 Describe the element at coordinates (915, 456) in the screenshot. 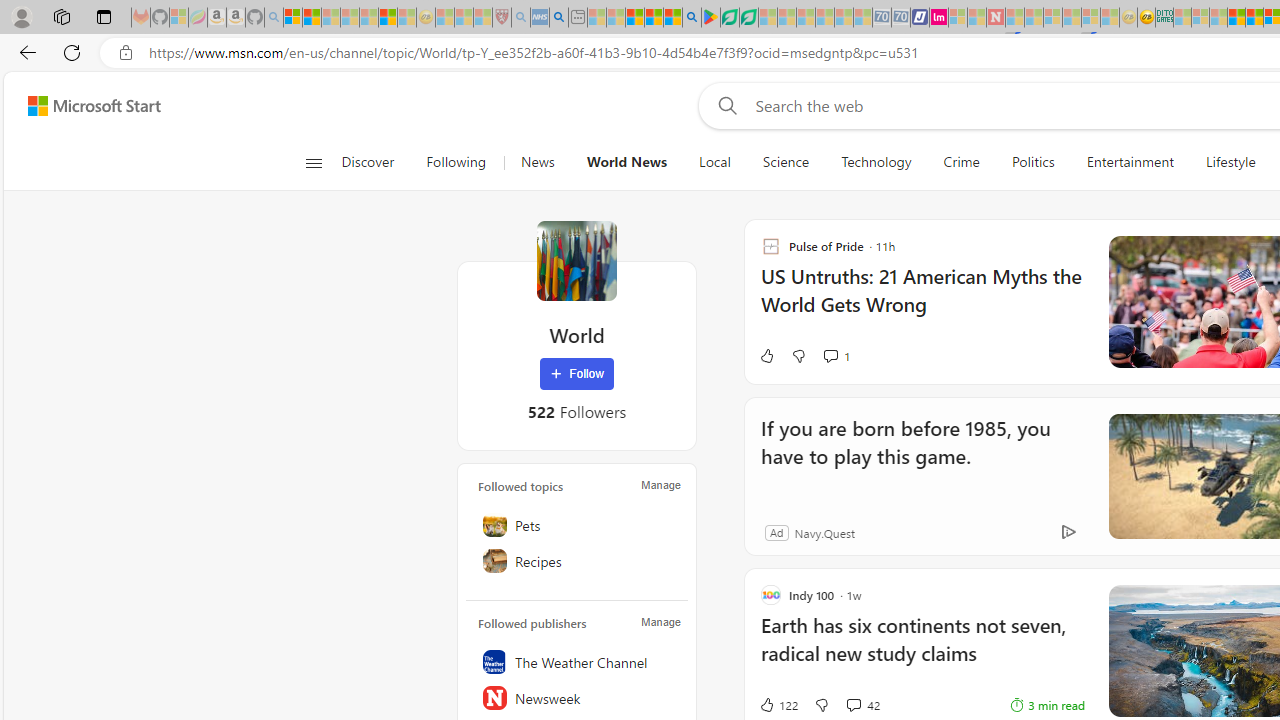

I see `'If you are born before 1985, you have to play this game.'` at that location.